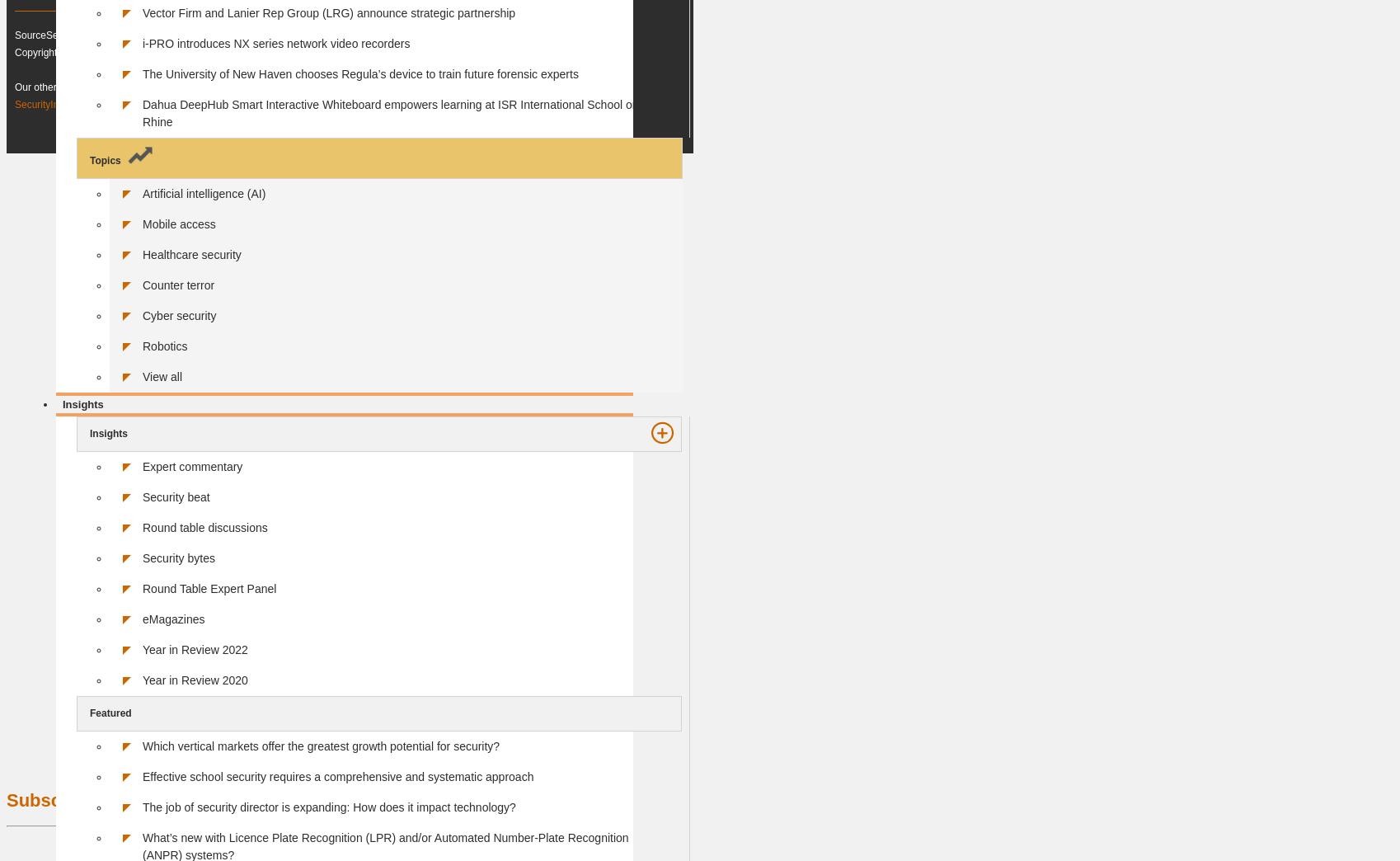 The height and width of the screenshot is (861, 1400). I want to click on 'View all', so click(162, 375).